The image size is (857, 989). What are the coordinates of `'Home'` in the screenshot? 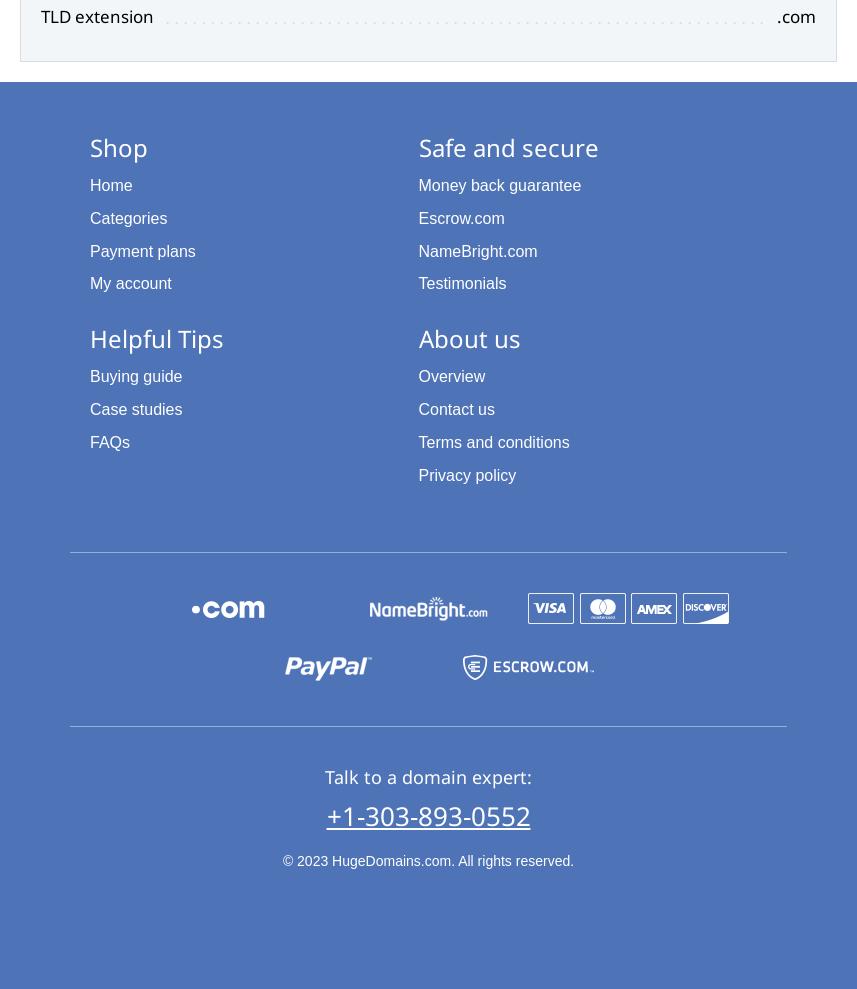 It's located at (110, 185).